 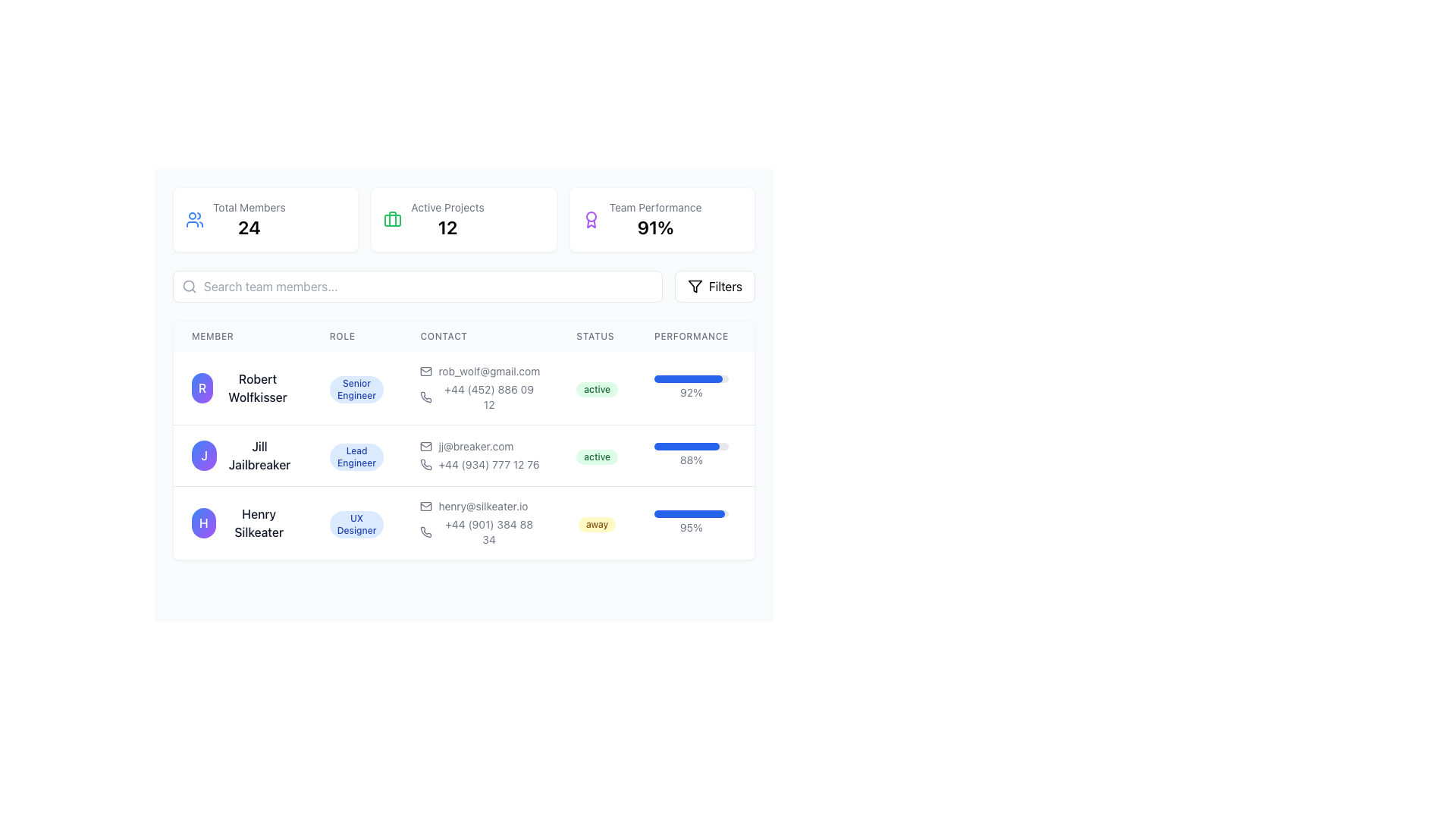 What do you see at coordinates (425, 506) in the screenshot?
I see `the rectangular base part of the envelope icon in the 'Contact' column associated with Henry Silkeater's email address` at bounding box center [425, 506].